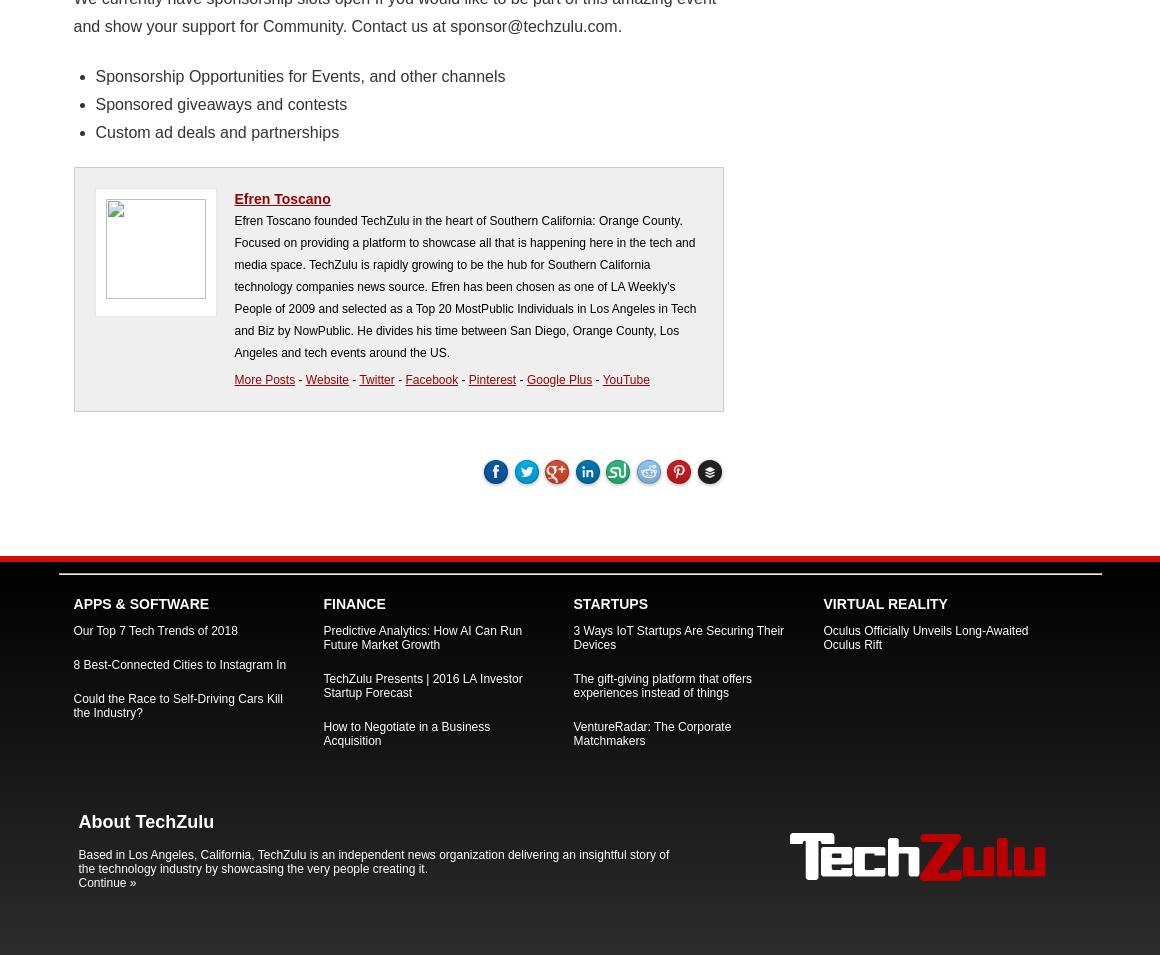 This screenshot has width=1160, height=955. Describe the element at coordinates (436, 468) in the screenshot. I see `'3'` at that location.